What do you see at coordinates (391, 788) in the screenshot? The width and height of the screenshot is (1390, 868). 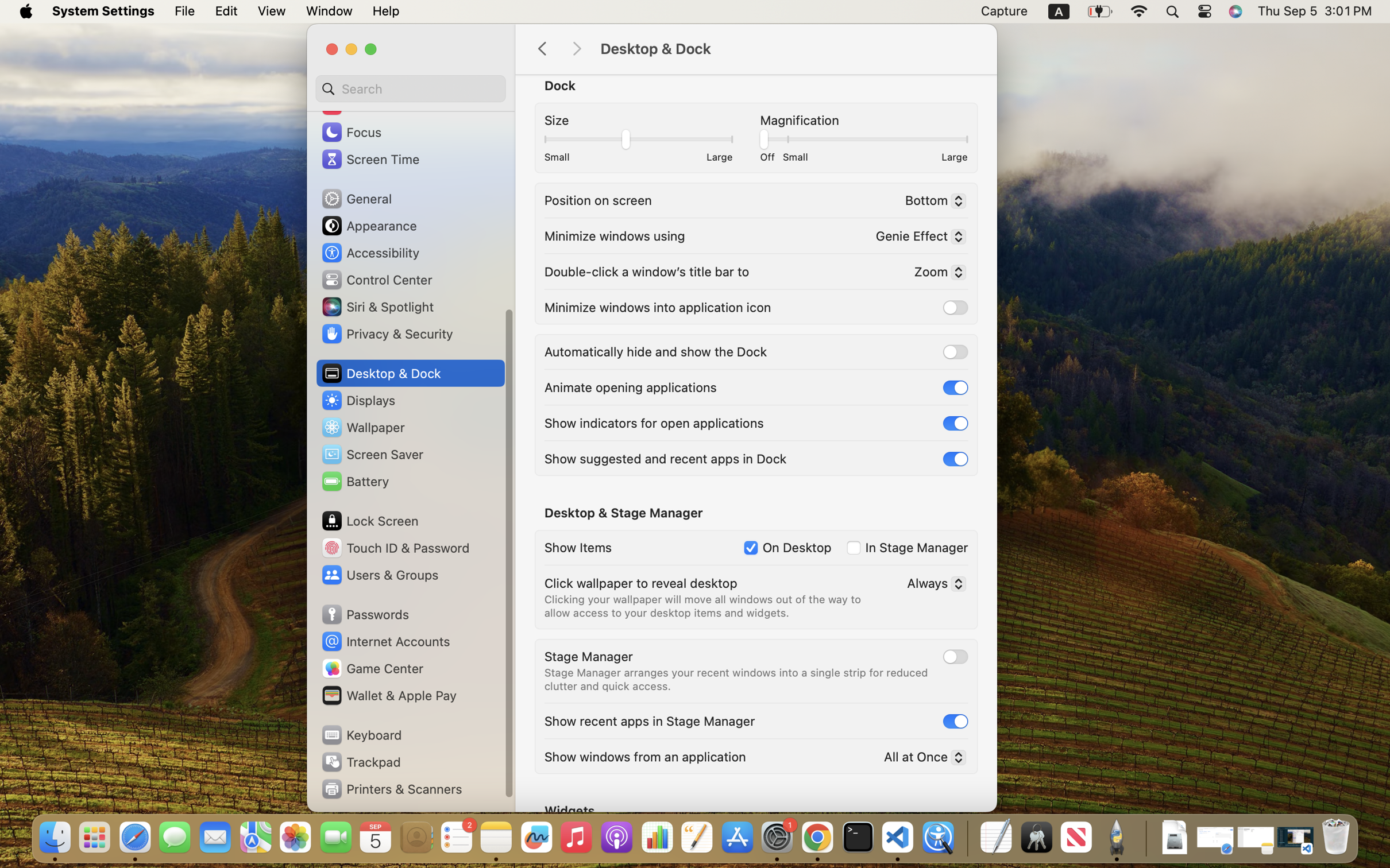 I see `'Printers & Scanners'` at bounding box center [391, 788].